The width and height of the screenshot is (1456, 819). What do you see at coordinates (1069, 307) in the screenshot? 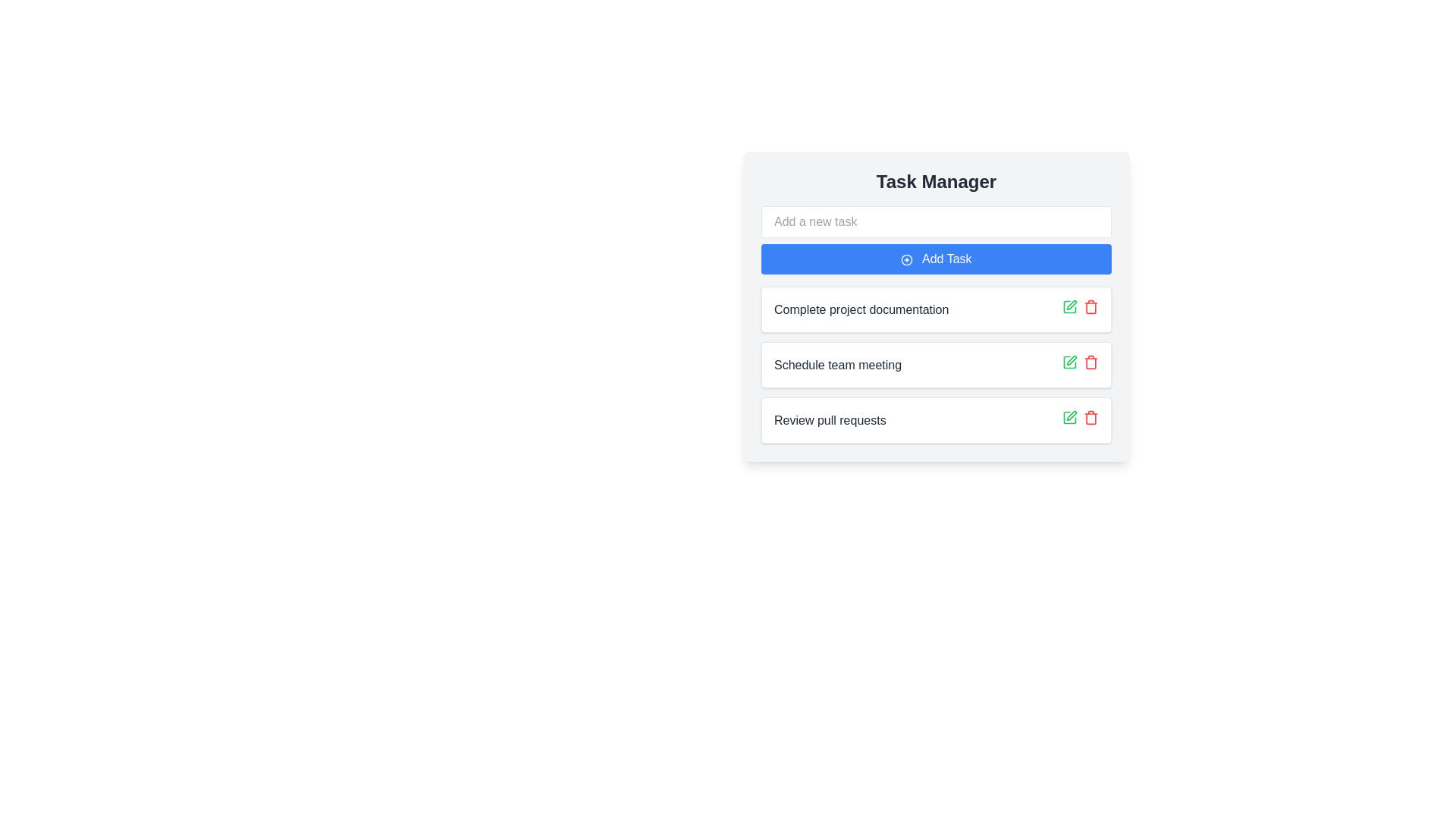
I see `the green icon button with a pen symbol` at bounding box center [1069, 307].